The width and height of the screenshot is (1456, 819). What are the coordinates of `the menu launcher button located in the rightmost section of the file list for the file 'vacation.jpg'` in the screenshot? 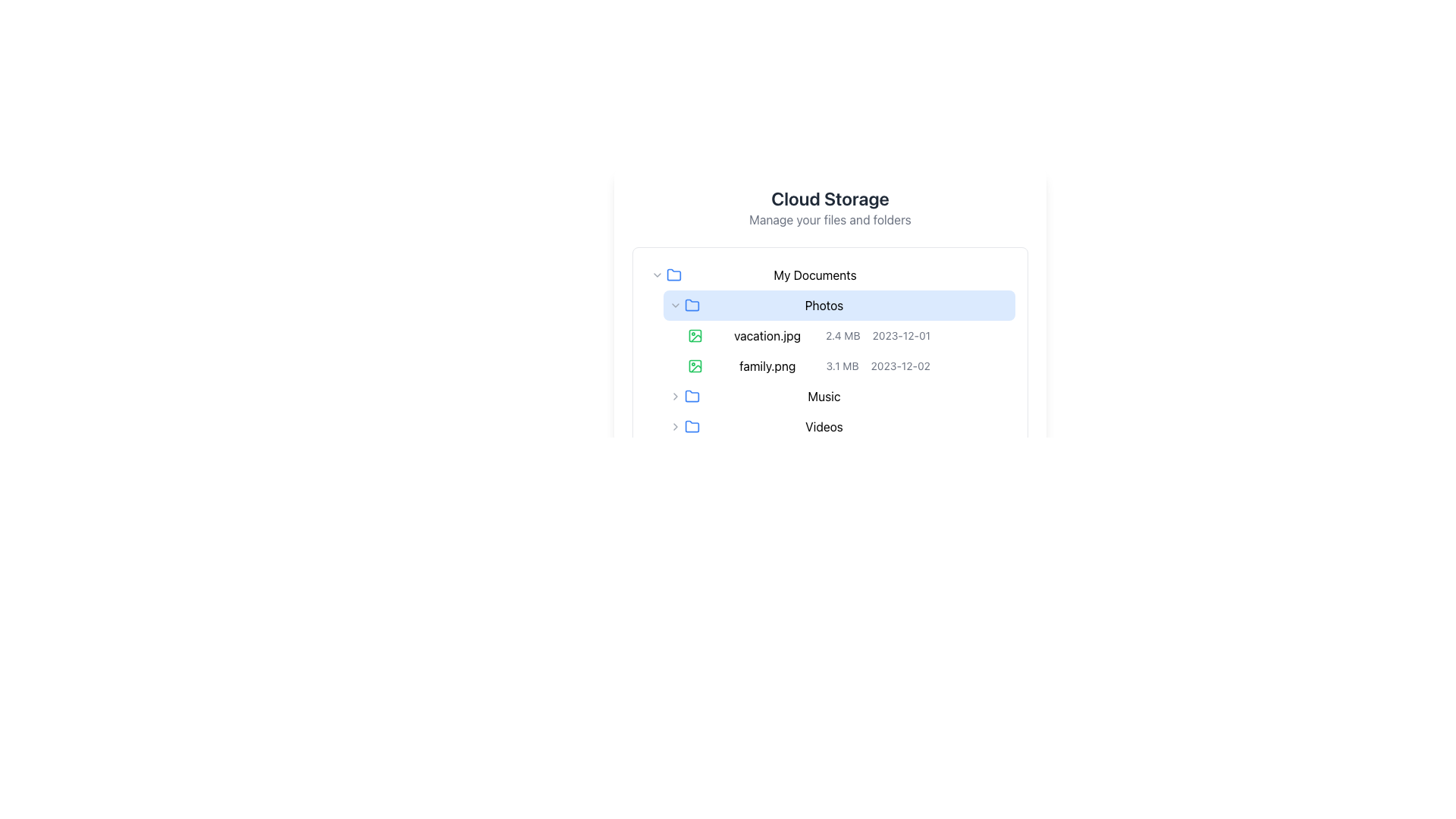 It's located at (1003, 335).